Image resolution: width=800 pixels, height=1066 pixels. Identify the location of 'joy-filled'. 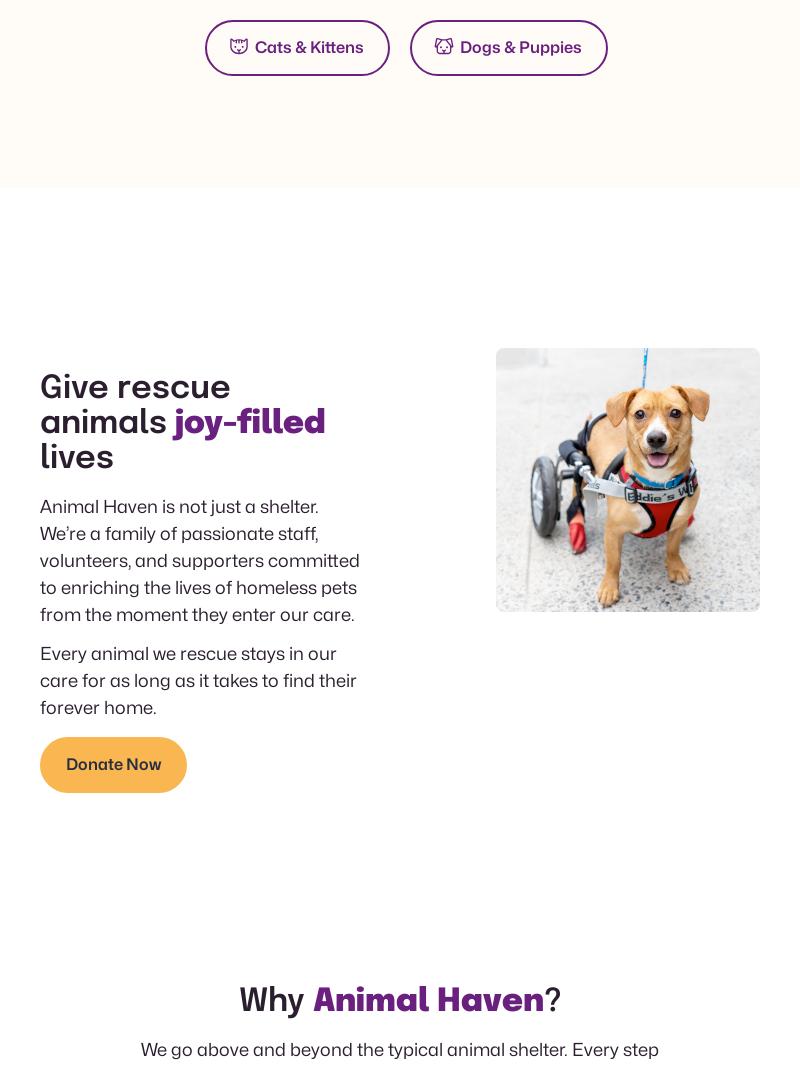
(174, 423).